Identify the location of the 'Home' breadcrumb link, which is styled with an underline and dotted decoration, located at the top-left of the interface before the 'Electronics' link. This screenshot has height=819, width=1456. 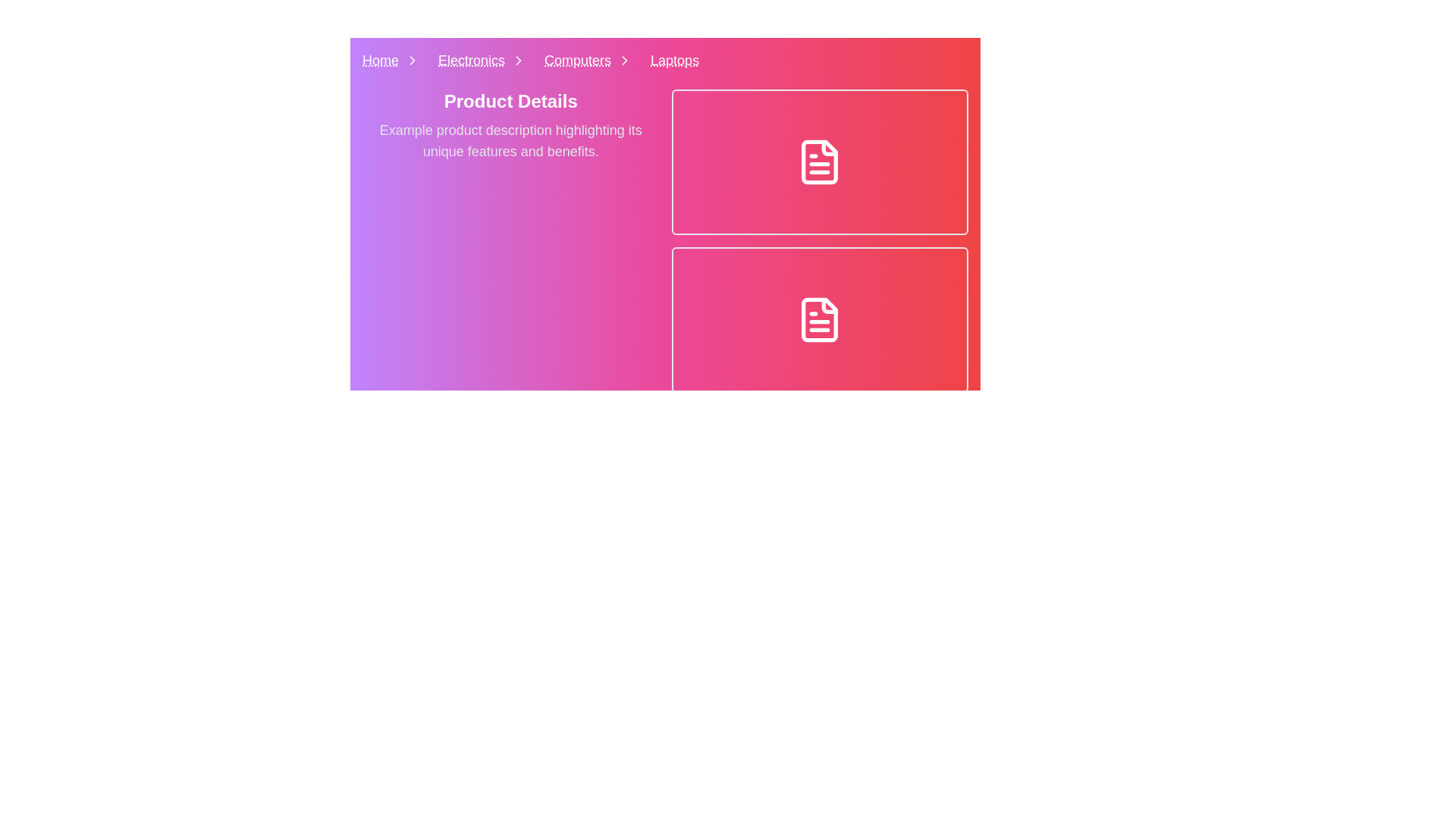
(394, 60).